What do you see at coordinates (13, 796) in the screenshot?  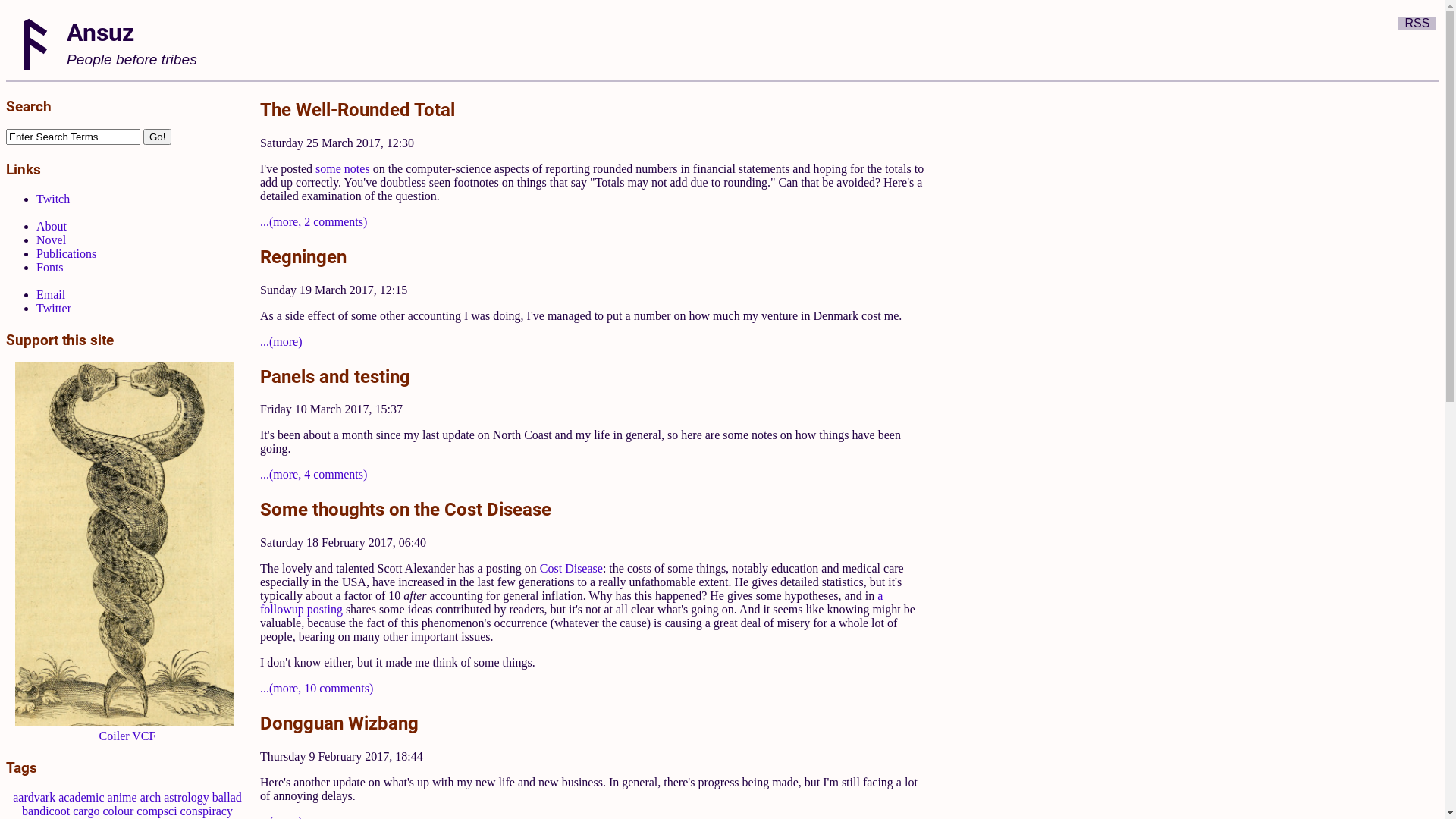 I see `'aardvark'` at bounding box center [13, 796].